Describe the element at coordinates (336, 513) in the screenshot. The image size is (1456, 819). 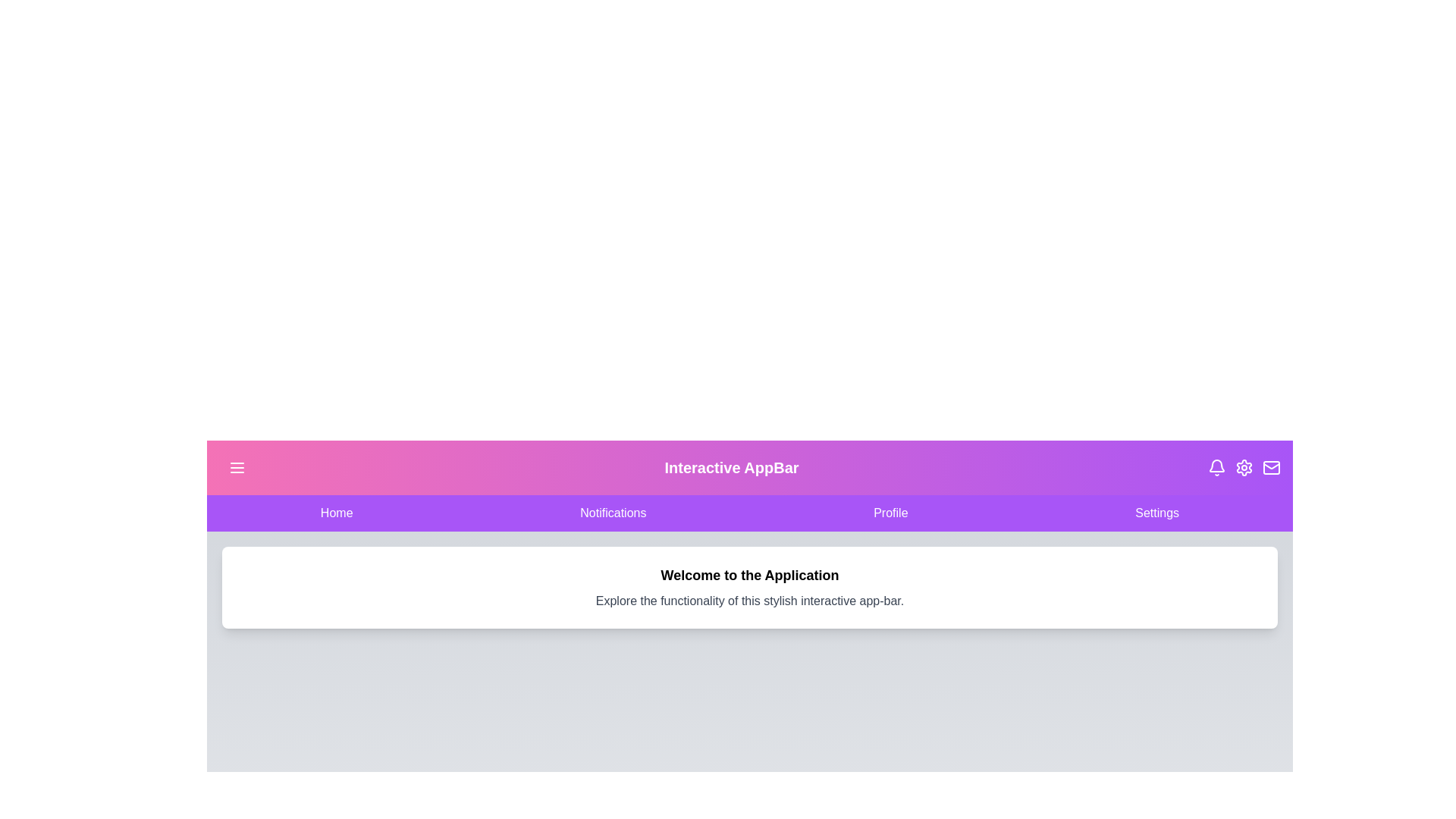
I see `the navigation item Home to navigate` at that location.